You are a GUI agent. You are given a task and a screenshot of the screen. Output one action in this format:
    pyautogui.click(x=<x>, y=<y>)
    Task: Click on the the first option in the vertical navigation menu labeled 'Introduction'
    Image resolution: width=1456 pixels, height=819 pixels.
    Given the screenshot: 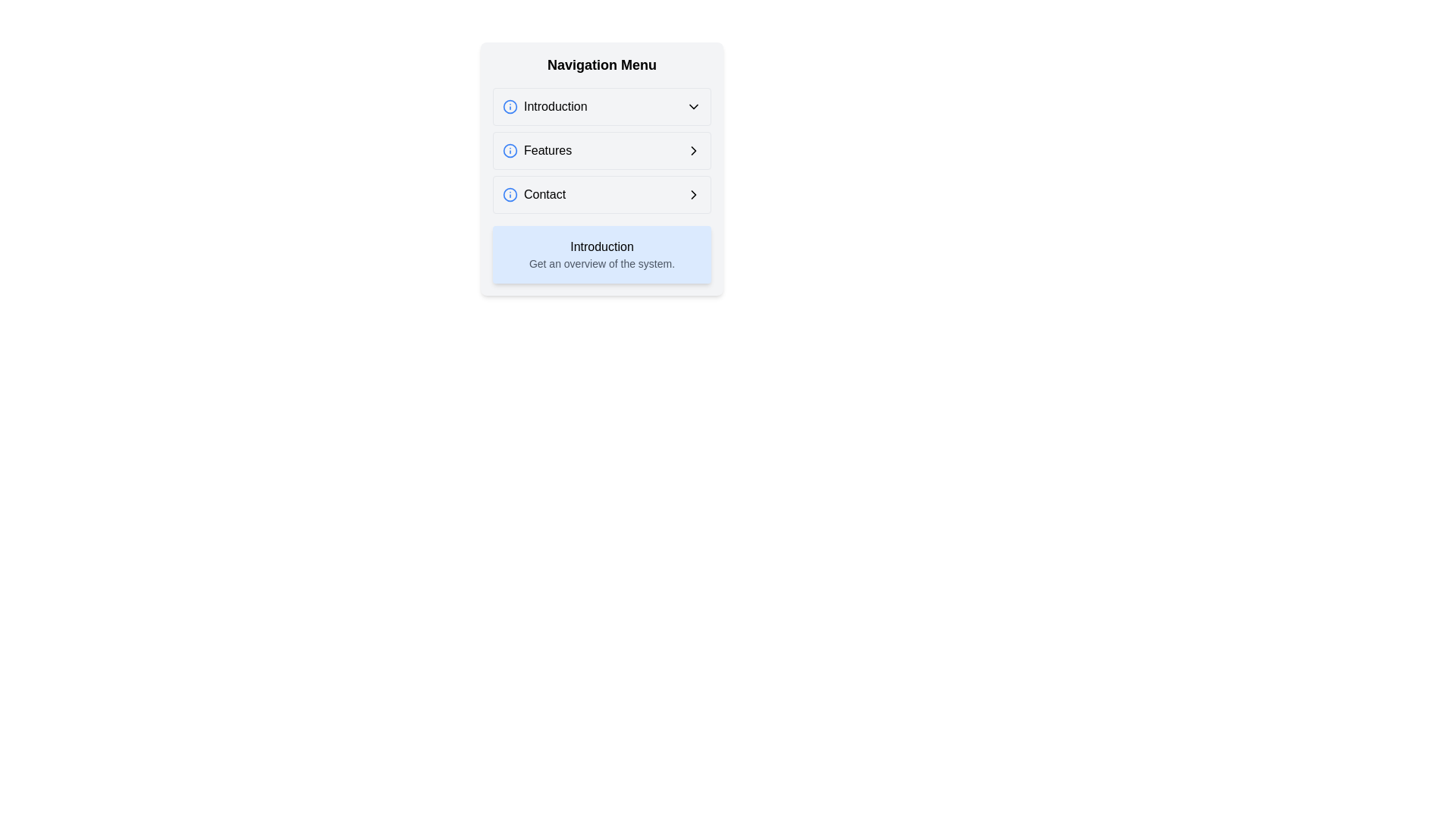 What is the action you would take?
    pyautogui.click(x=601, y=106)
    